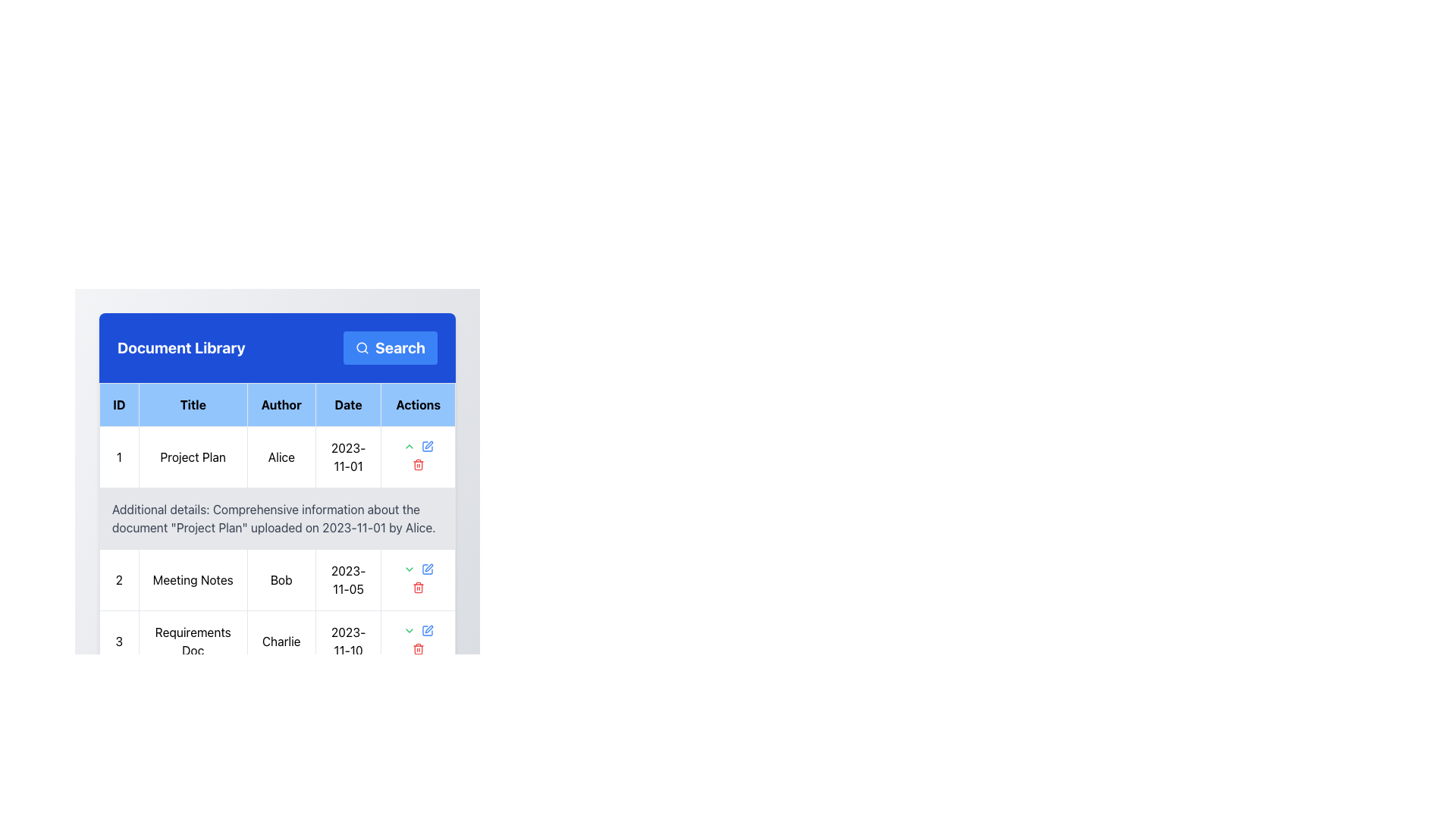 The width and height of the screenshot is (1456, 819). I want to click on the search button located on the right side of the header labeled 'Document Library', so click(390, 348).